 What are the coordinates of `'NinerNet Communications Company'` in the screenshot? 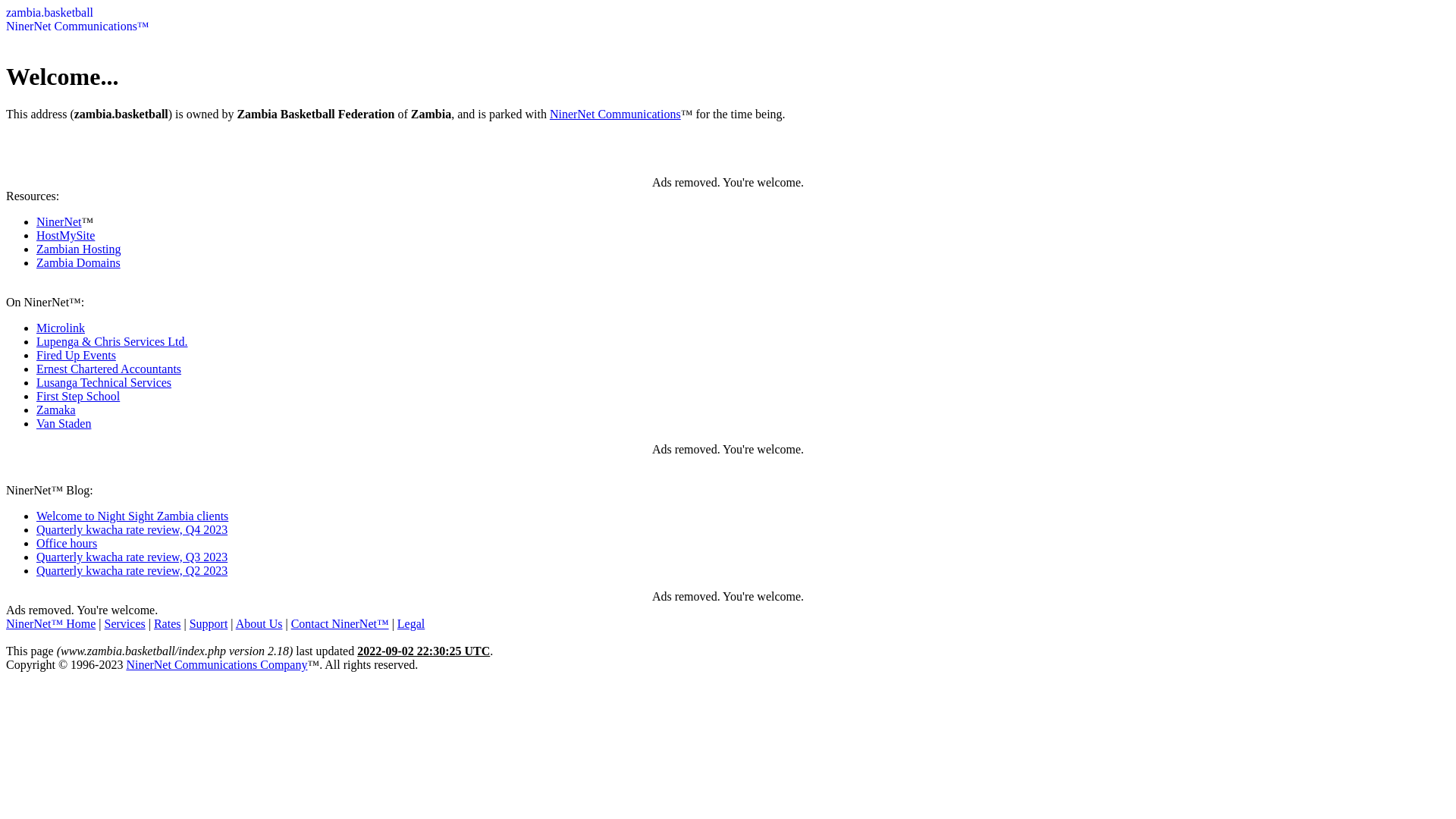 It's located at (215, 664).